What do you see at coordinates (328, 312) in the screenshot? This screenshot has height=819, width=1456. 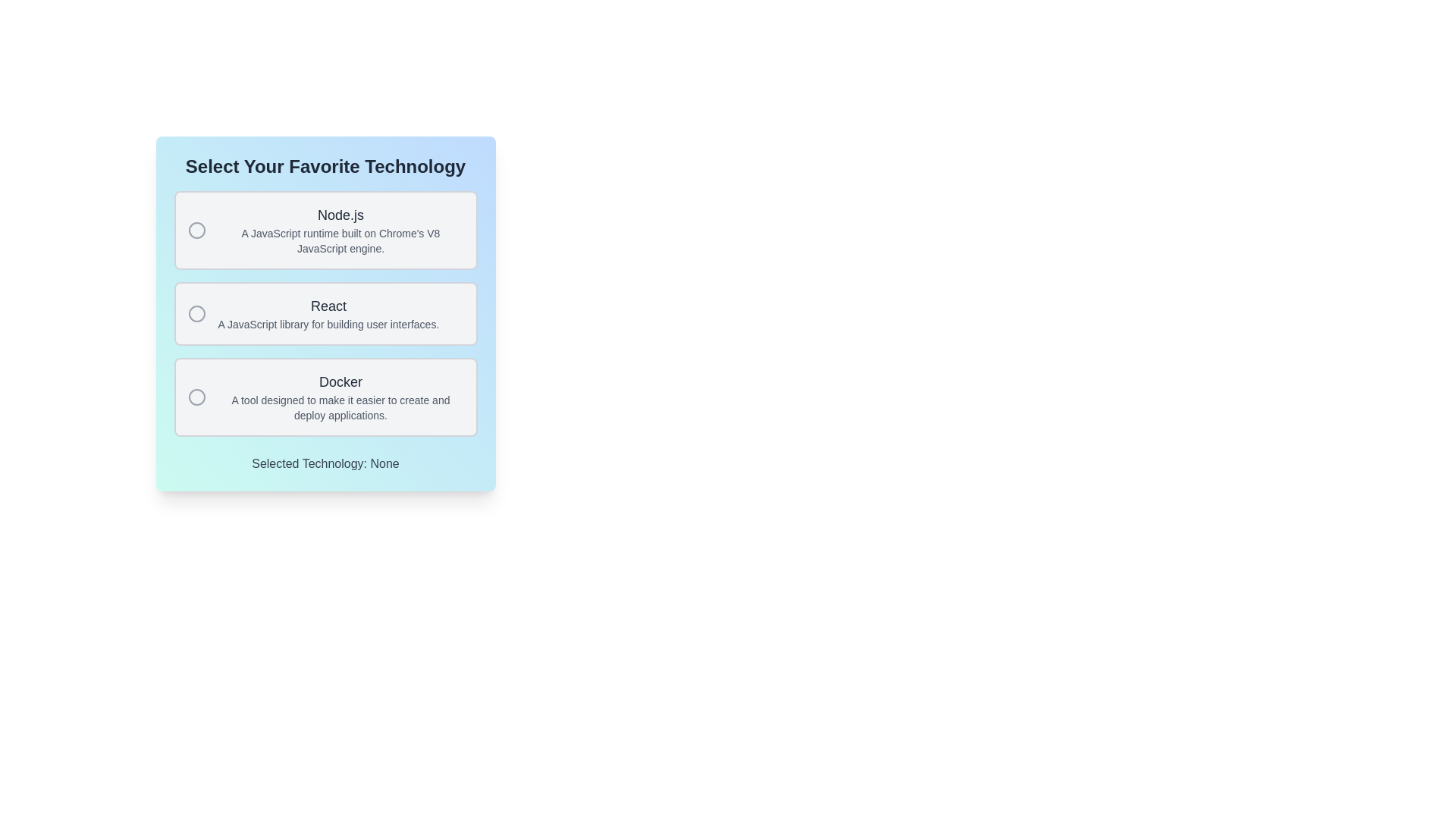 I see `the second item in the vertically arranged list of technologies, which provides descriptive information about React technology` at bounding box center [328, 312].